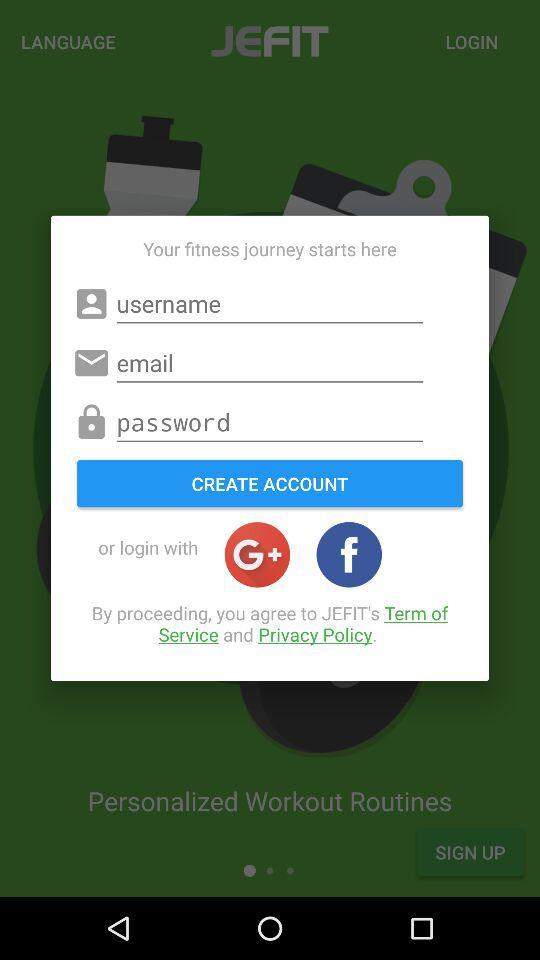 This screenshot has height=960, width=540. Describe the element at coordinates (348, 554) in the screenshot. I see `login with facebook` at that location.